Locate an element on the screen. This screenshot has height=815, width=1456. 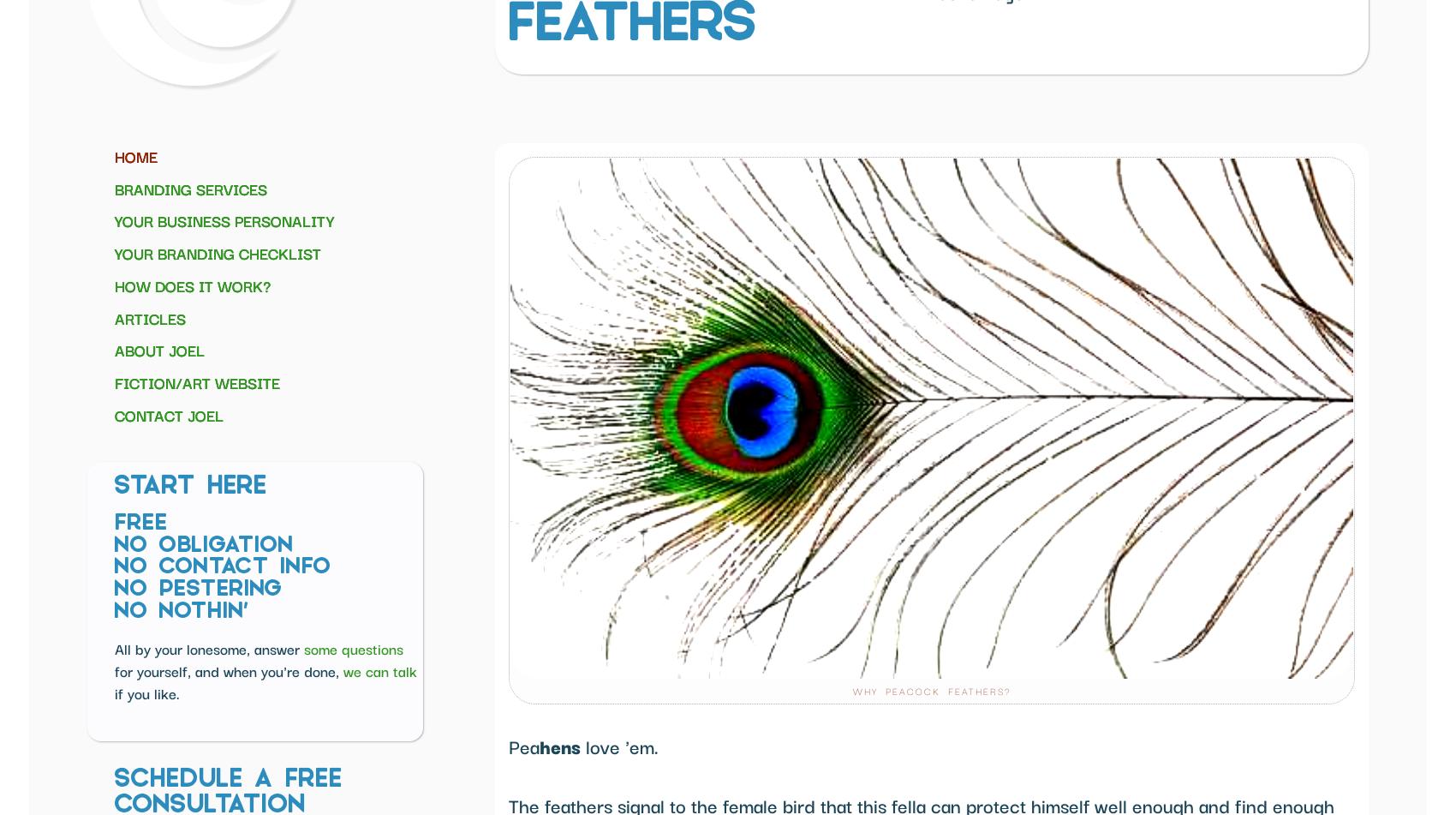
'we can talk' is located at coordinates (380, 669).